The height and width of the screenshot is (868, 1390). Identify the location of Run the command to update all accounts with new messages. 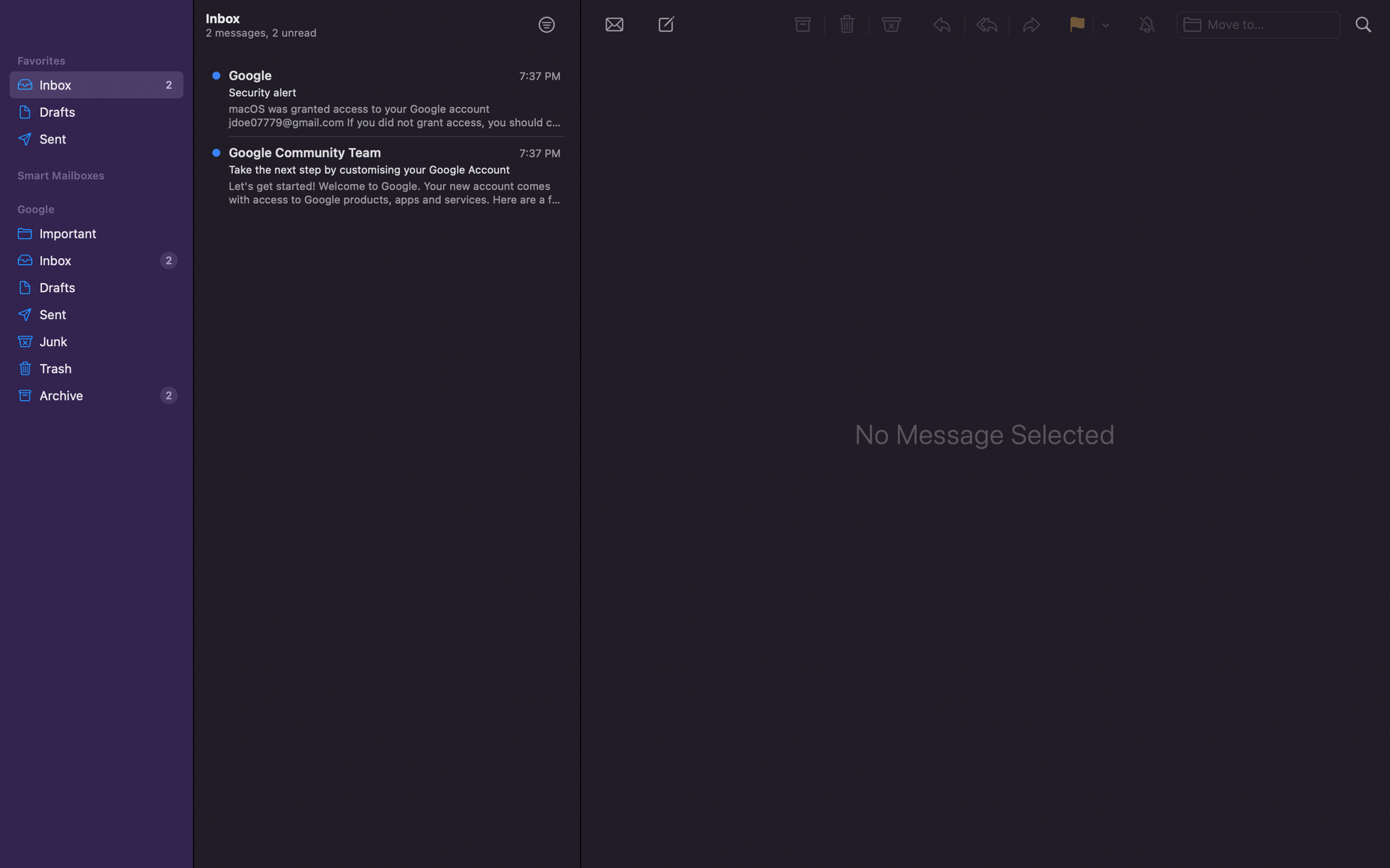
(613, 24).